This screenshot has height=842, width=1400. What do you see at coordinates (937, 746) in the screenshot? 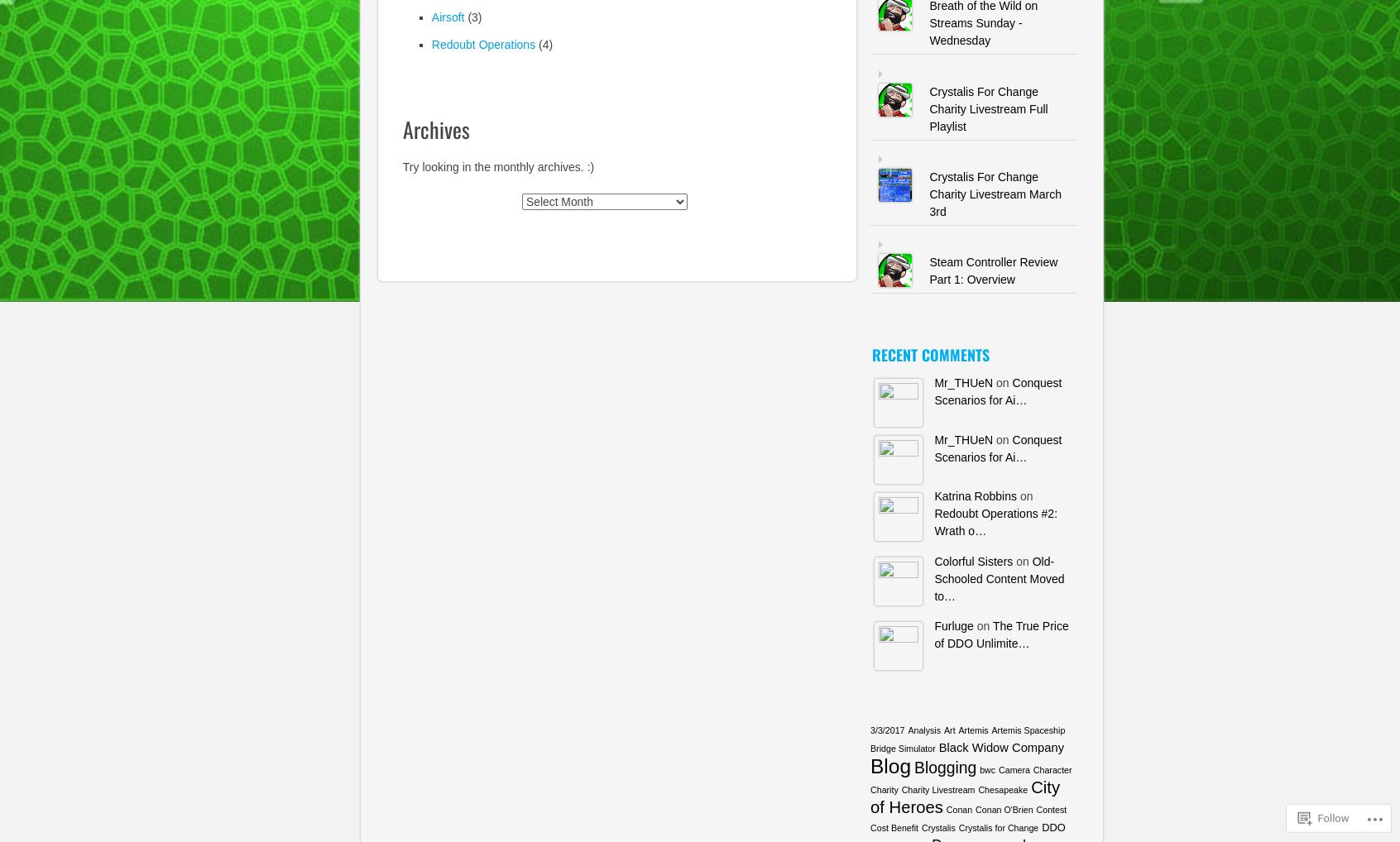
I see `'Black Widow Company'` at bounding box center [937, 746].